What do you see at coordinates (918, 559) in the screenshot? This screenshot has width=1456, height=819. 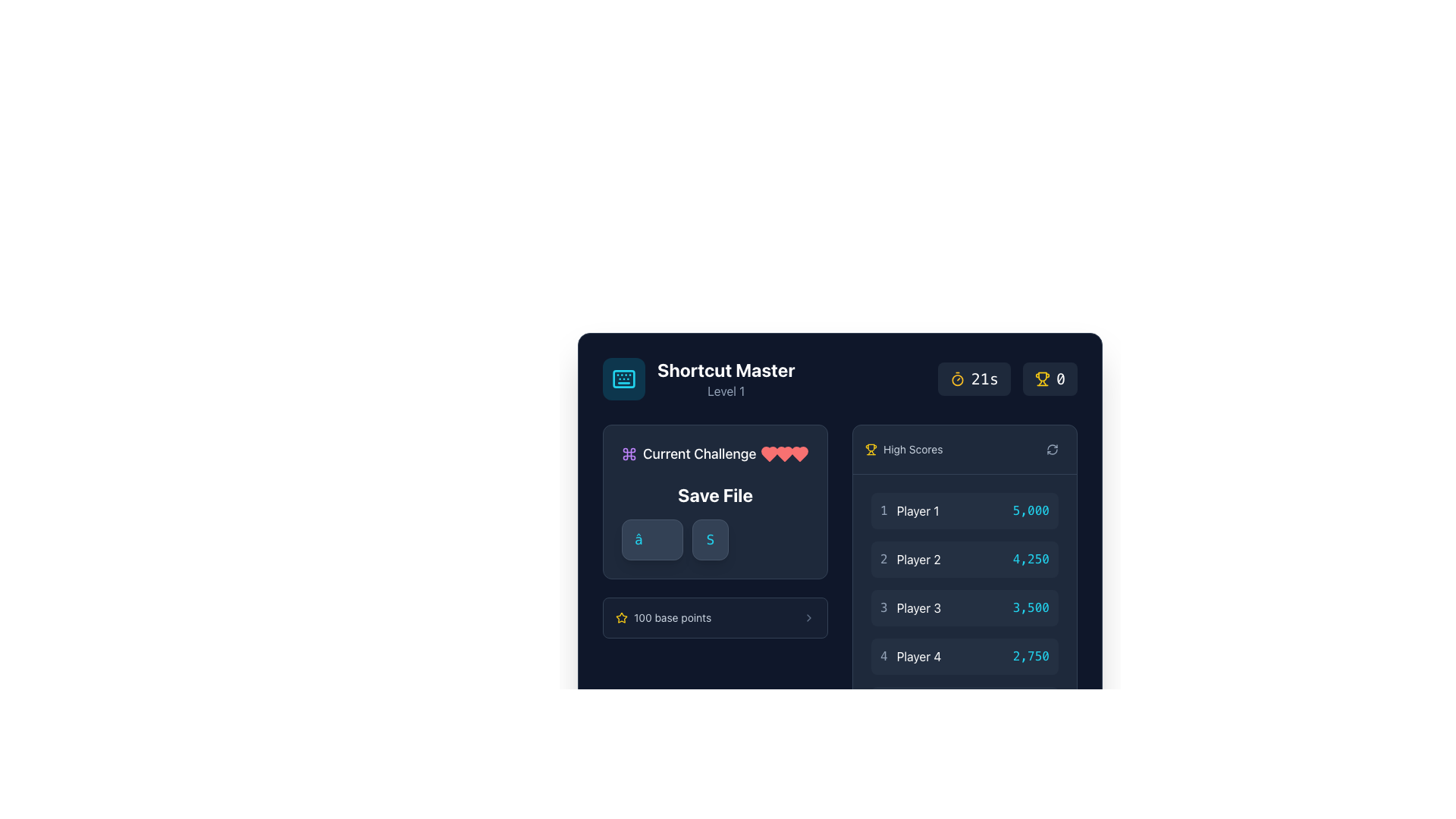 I see `the text label displaying 'Player 2' in white color, located in the High Scores section of the dark-themed UI panel` at bounding box center [918, 559].